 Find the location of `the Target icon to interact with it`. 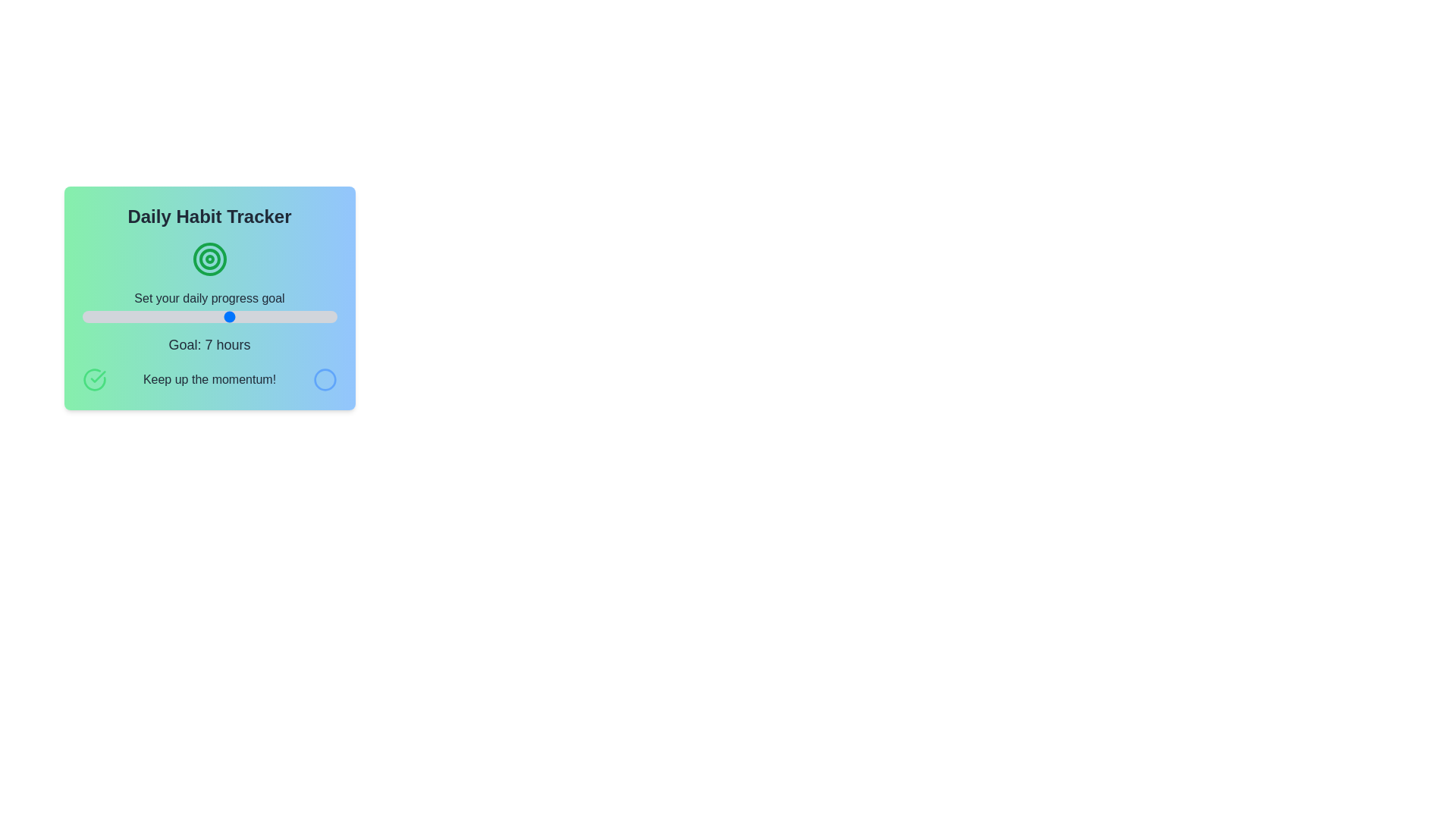

the Target icon to interact with it is located at coordinates (209, 259).